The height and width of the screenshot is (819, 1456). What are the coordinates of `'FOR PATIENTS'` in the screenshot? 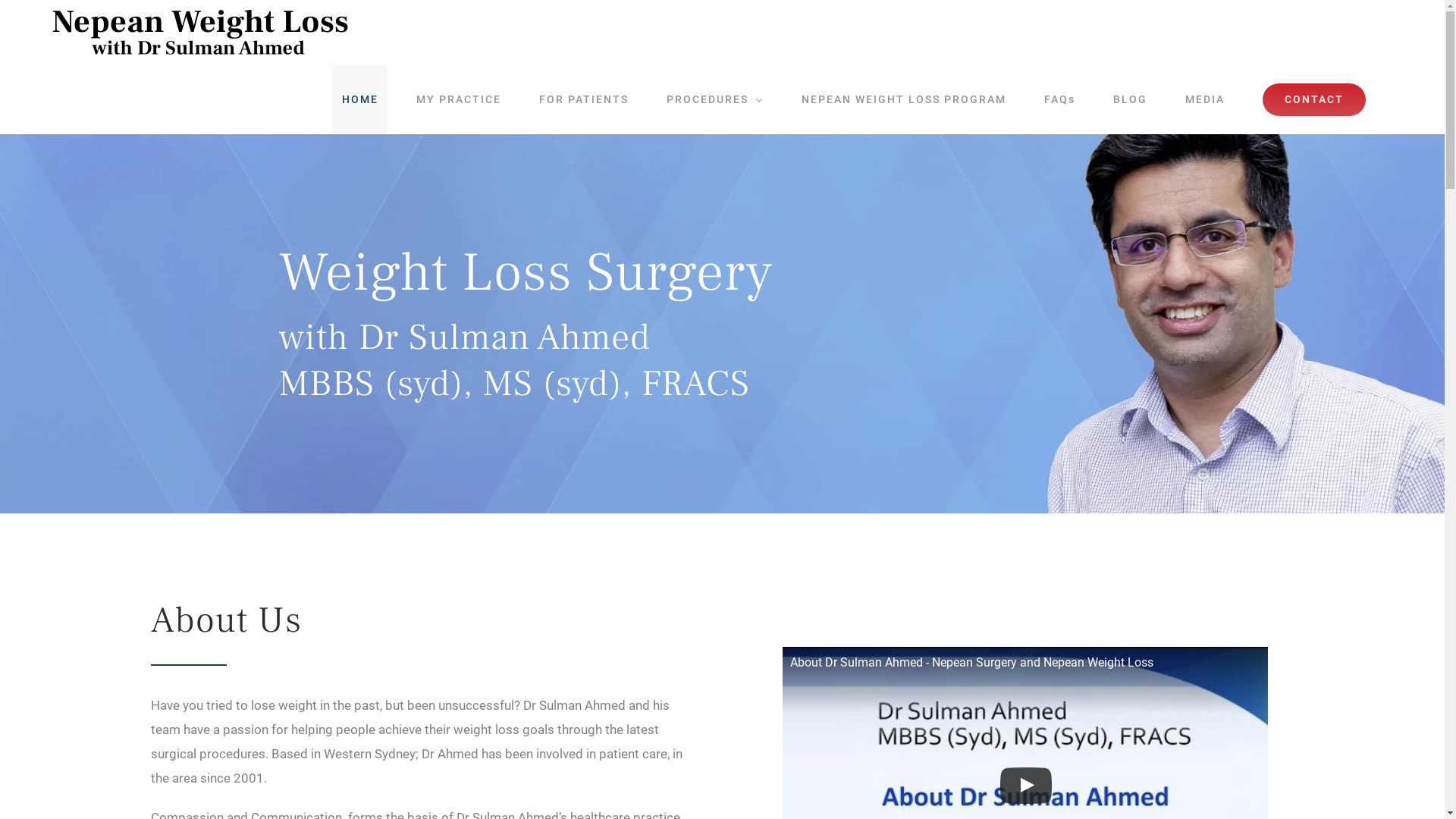 It's located at (582, 99).